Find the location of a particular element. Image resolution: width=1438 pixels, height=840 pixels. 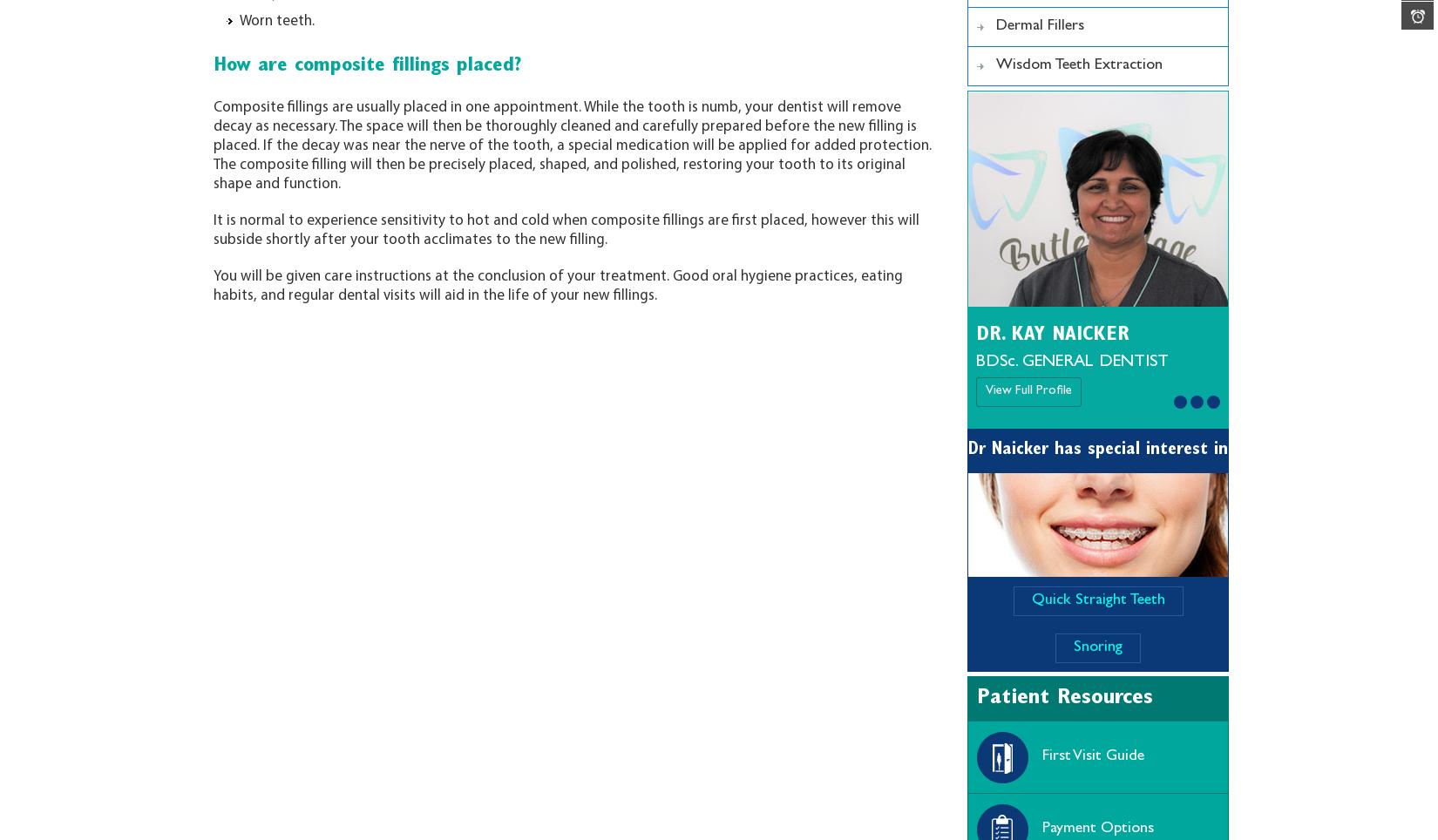

'Payment Options' is located at coordinates (1096, 830).